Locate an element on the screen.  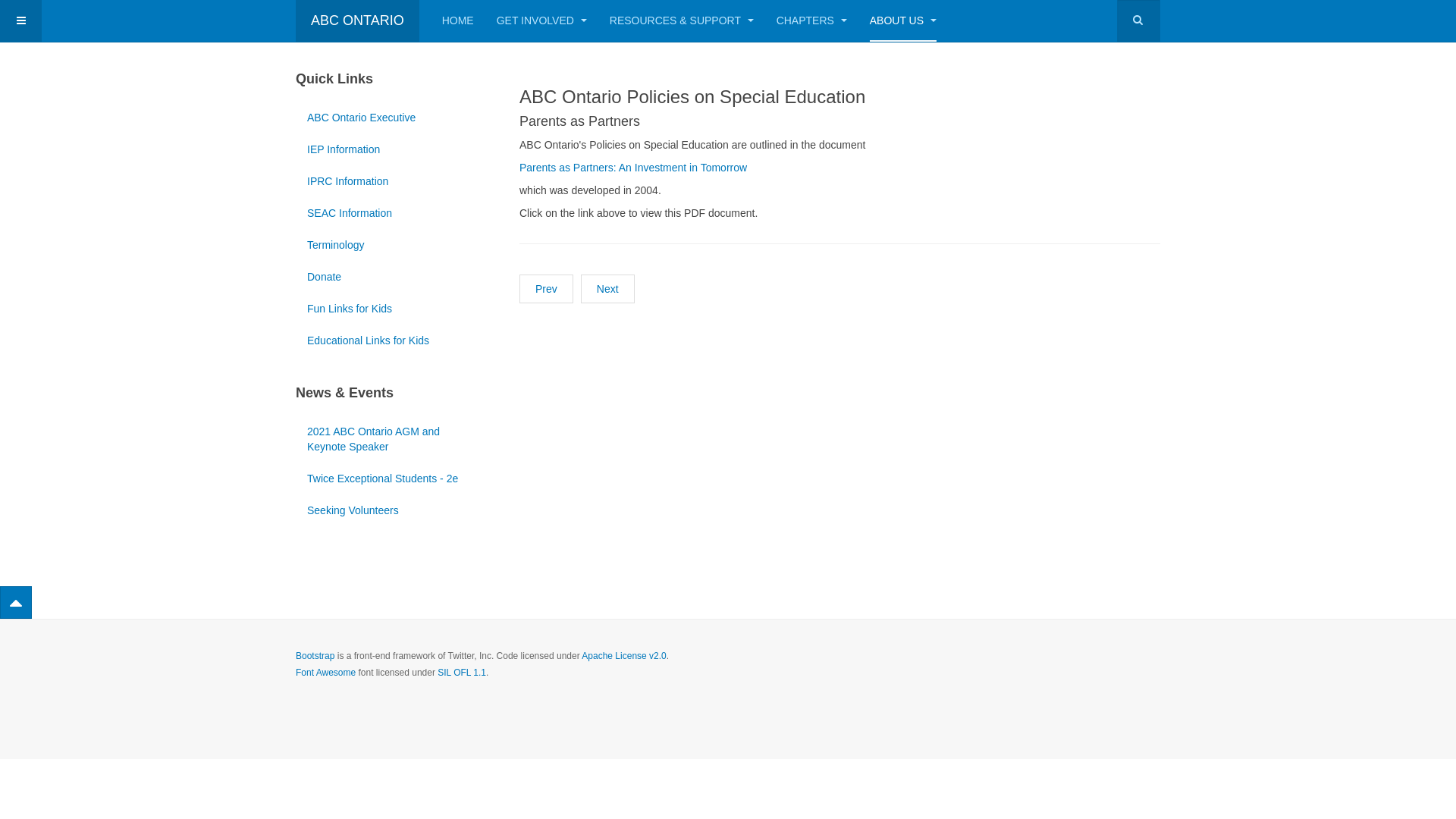
'GET INVOLVED' is located at coordinates (541, 20).